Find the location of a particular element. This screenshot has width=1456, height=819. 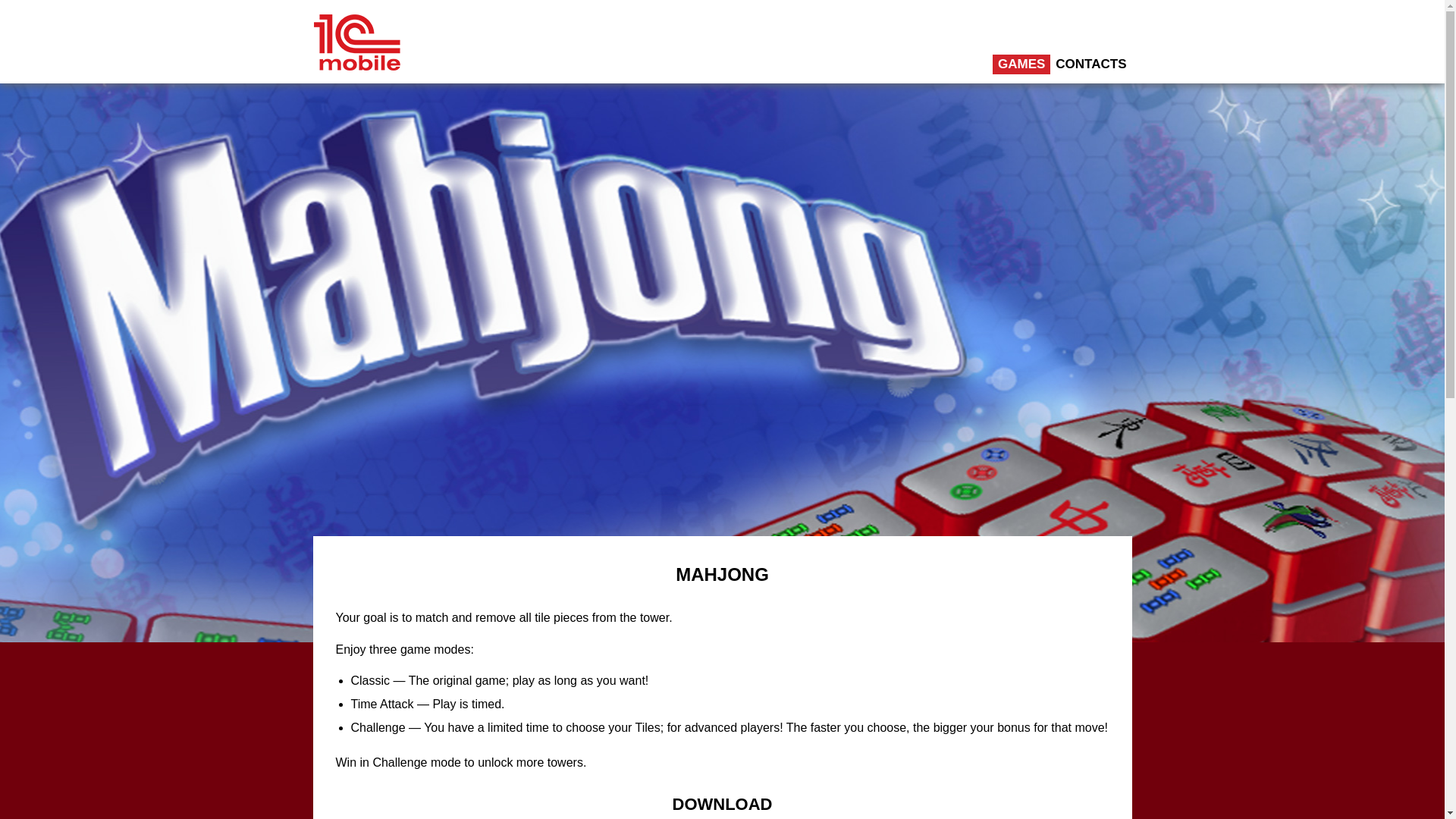

'GAMES' is located at coordinates (1021, 63).